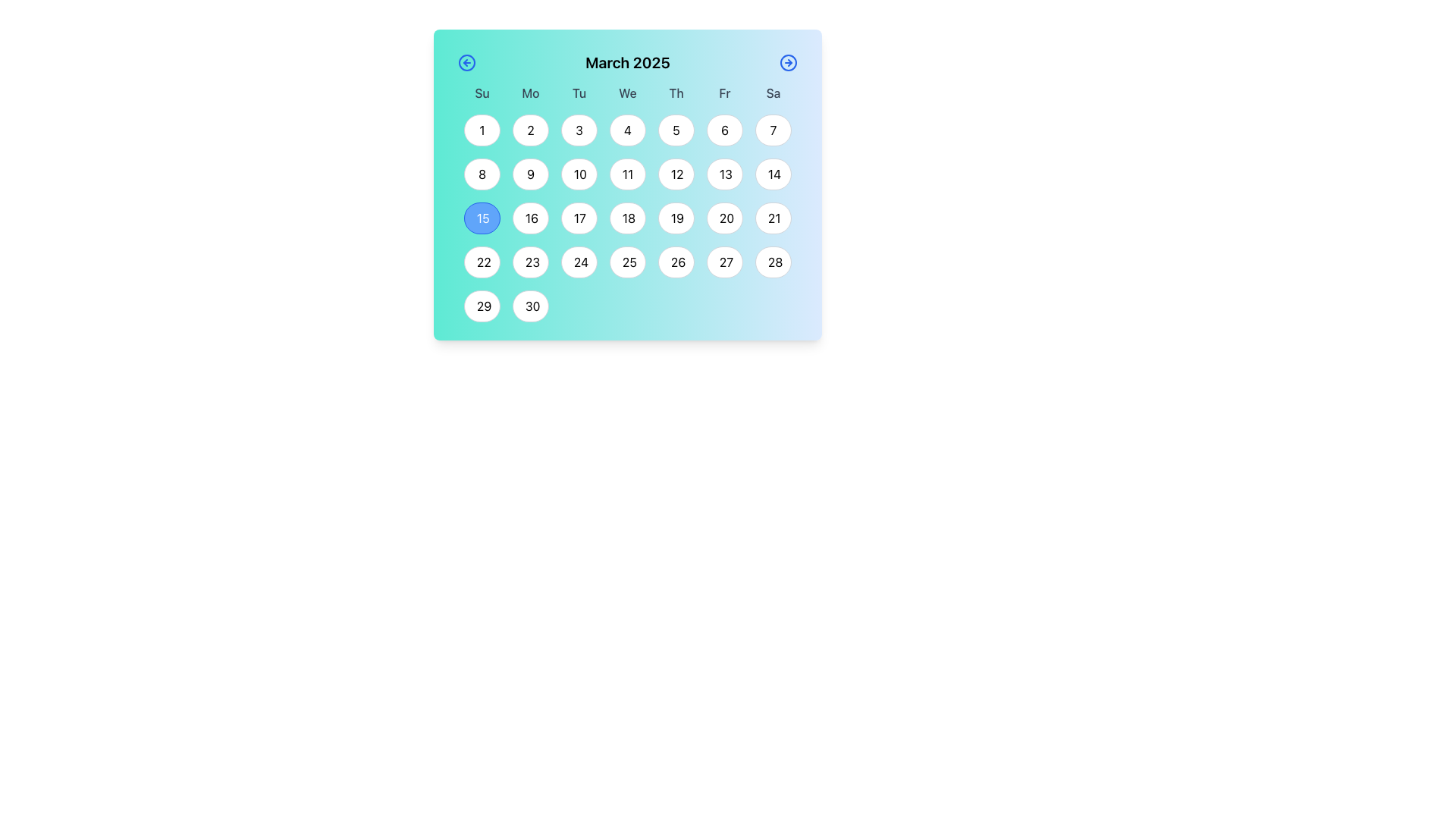 The height and width of the screenshot is (819, 1456). What do you see at coordinates (481, 306) in the screenshot?
I see `the circular button labeled '29' in the calendar grid interface` at bounding box center [481, 306].